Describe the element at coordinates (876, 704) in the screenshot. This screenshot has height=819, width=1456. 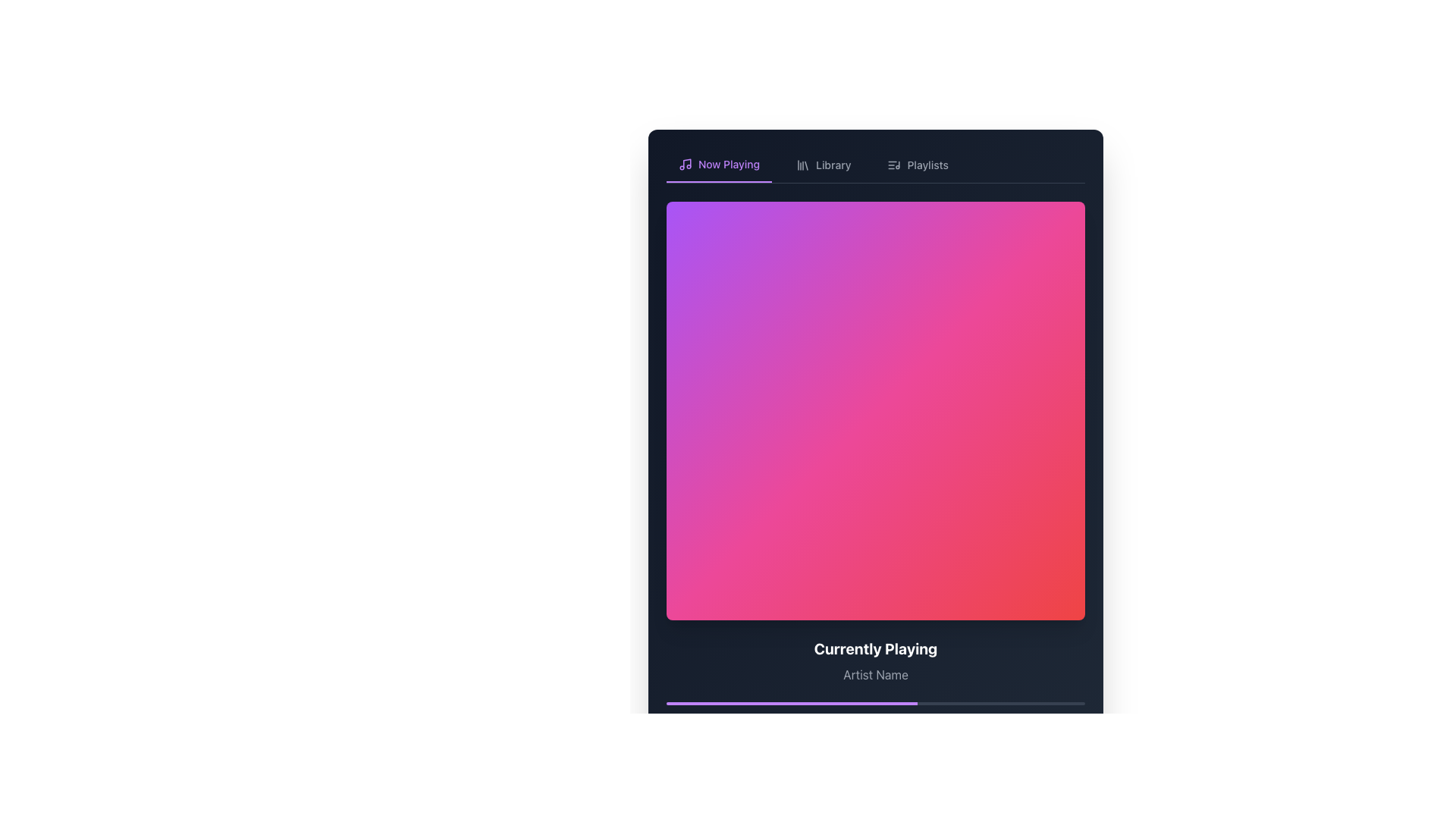
I see `the progress visually on the thin, horizontal progress bar for media playback located below the 'Currently Playing' and 'Artist Name' text in the audio player interface` at that location.